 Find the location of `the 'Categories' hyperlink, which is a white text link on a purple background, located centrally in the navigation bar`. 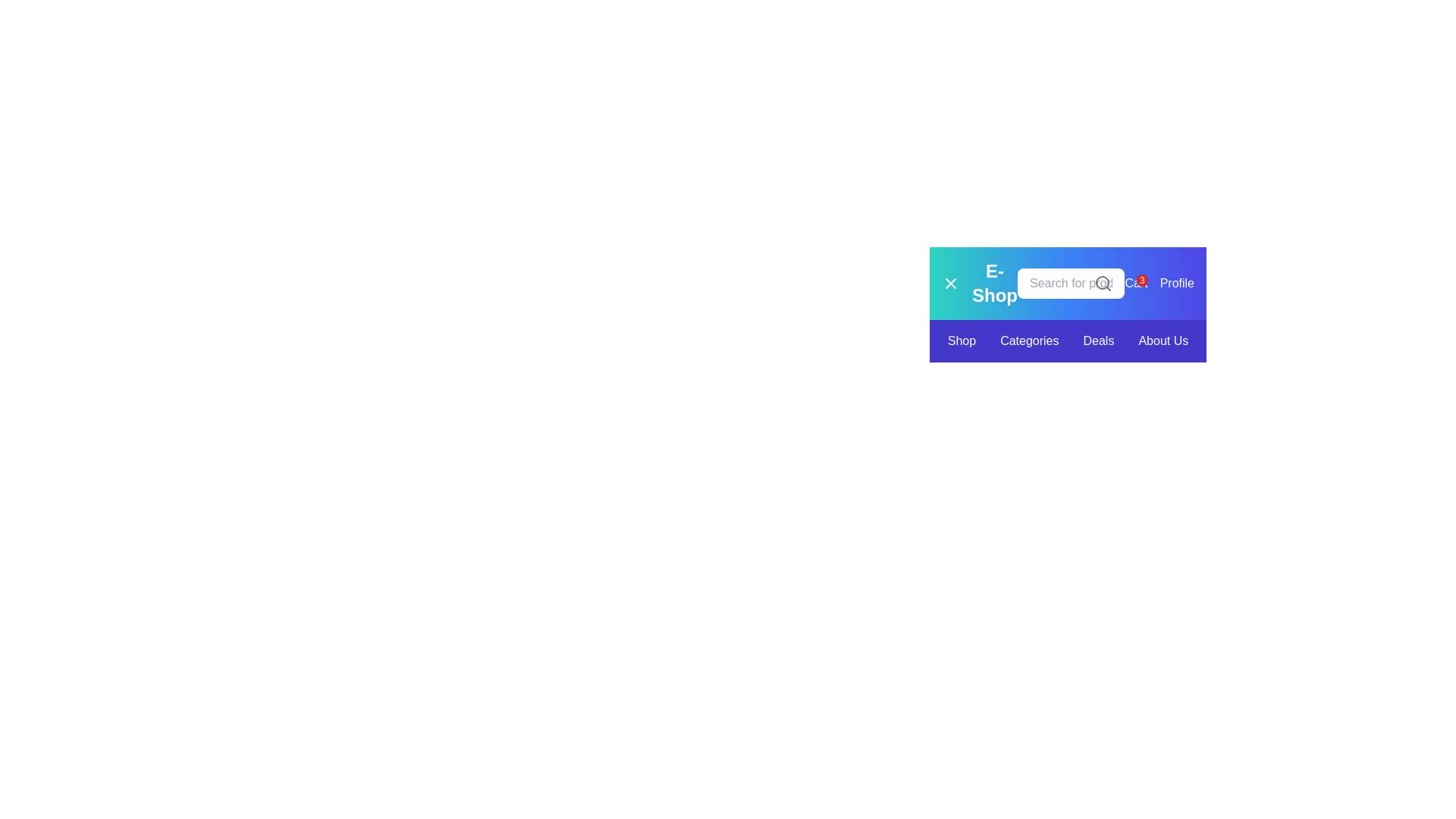

the 'Categories' hyperlink, which is a white text link on a purple background, located centrally in the navigation bar is located at coordinates (1029, 340).